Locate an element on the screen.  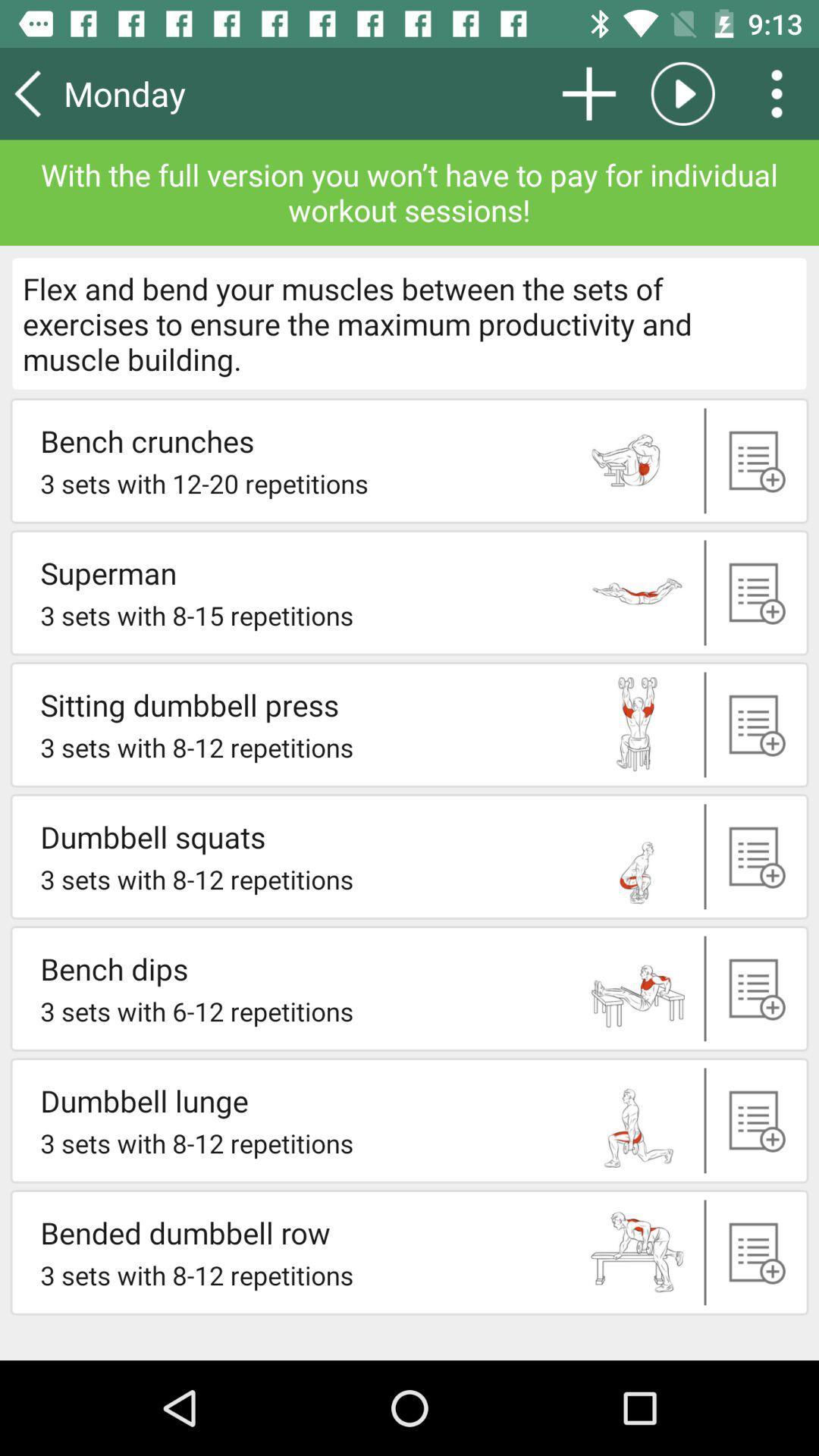
the add icon is located at coordinates (753, 723).